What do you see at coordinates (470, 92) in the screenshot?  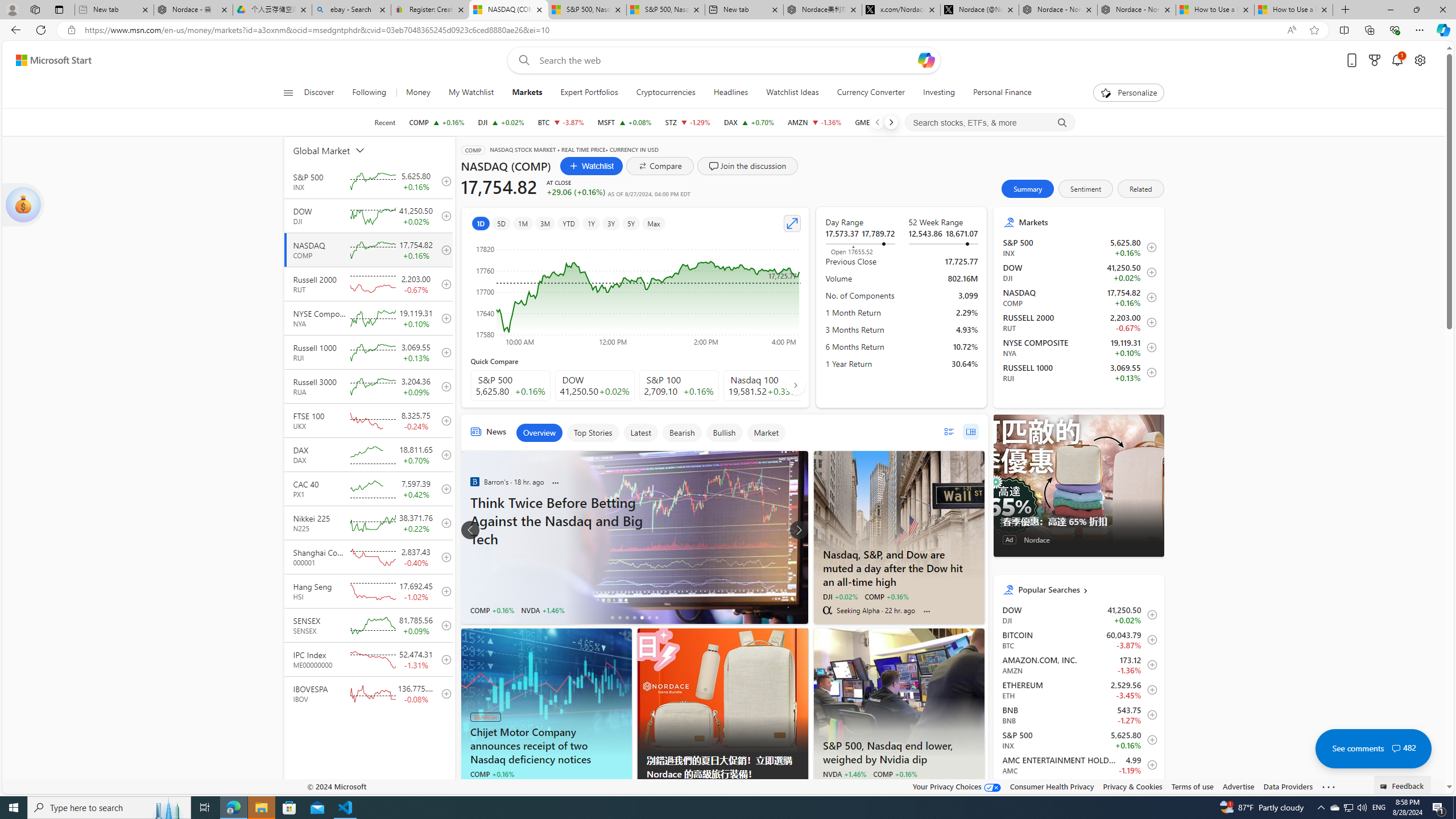 I see `'My Watchlist'` at bounding box center [470, 92].